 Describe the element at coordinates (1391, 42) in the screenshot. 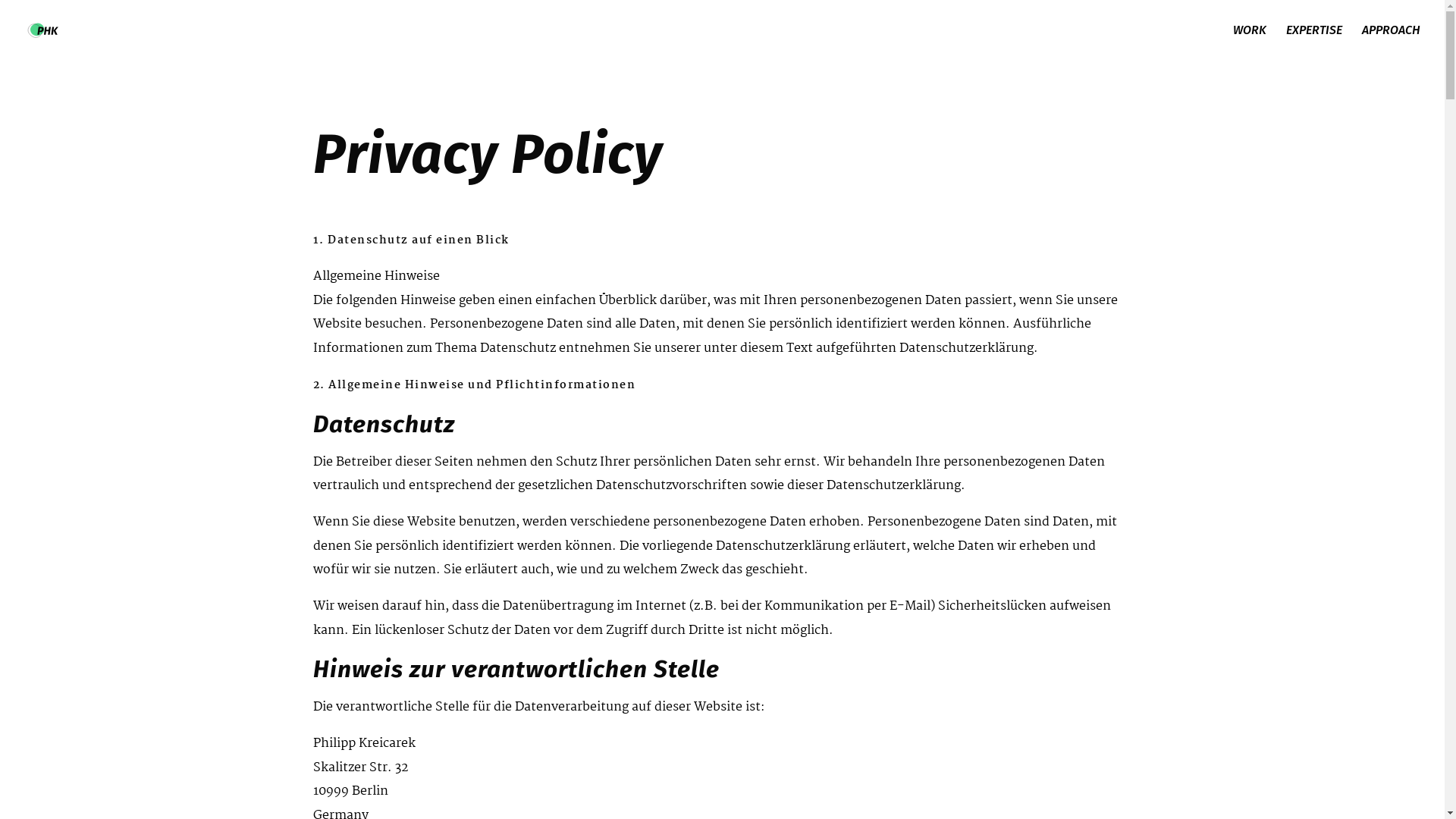

I see `'APPROACH'` at that location.